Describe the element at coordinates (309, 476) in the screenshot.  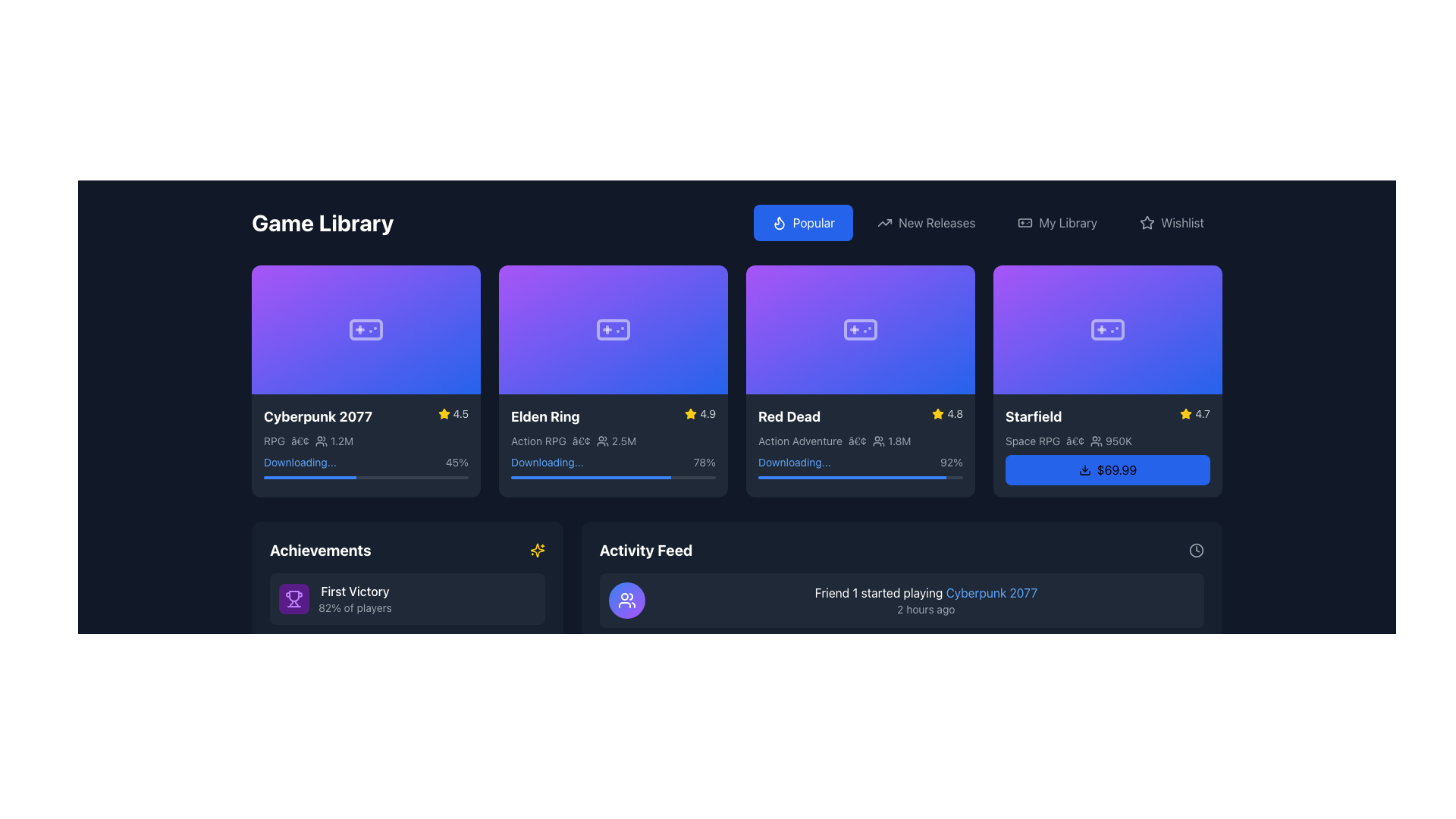
I see `the progress bar segment indicating 45% completion of the download for 'Cyberpunk 2077'` at that location.